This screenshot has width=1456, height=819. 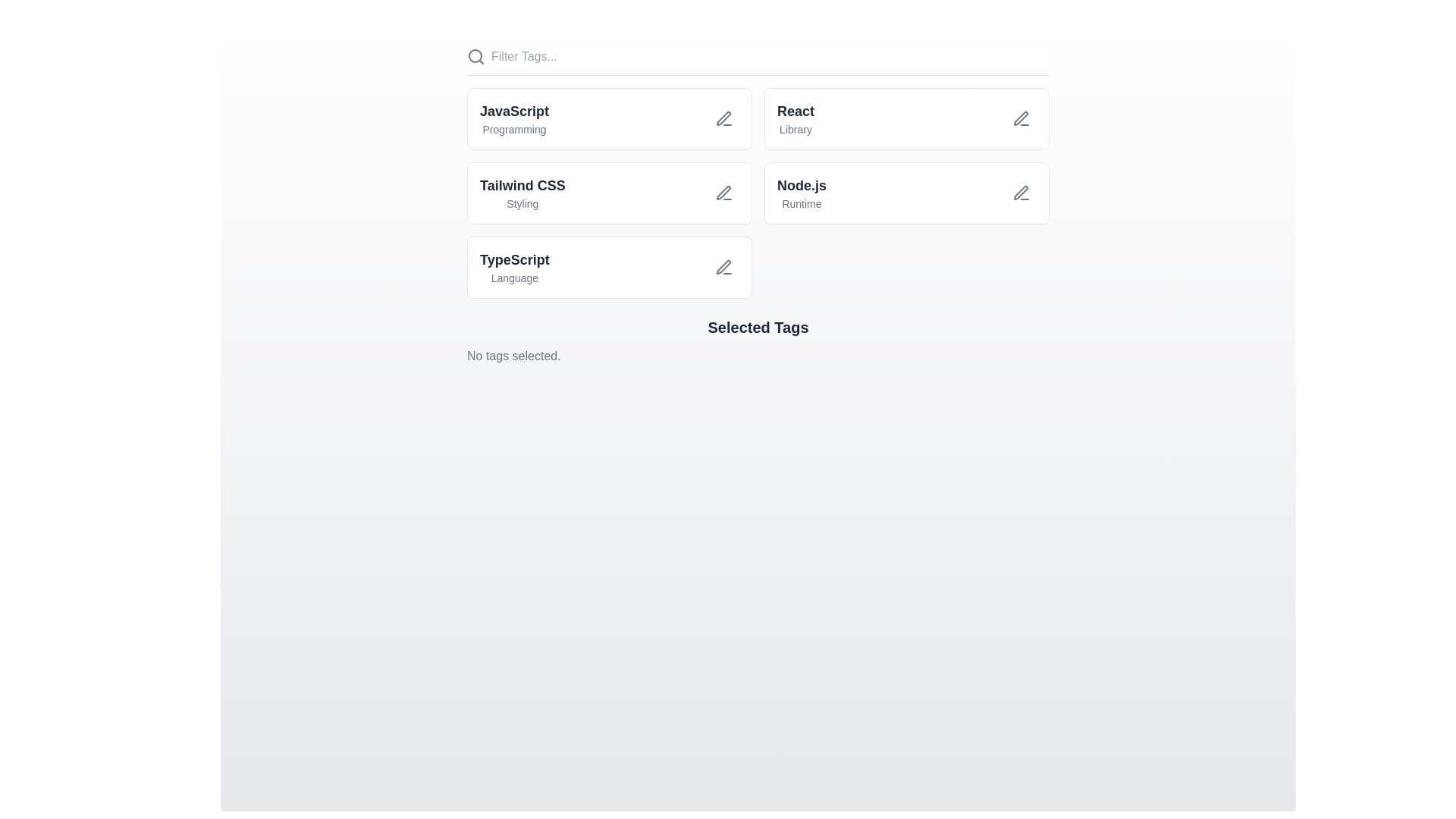 I want to click on the 'TypeScript' selectable card, which features the upper text 'TypeScript' in large bold font and lower text 'Language' in smaller gray font, so click(x=514, y=267).